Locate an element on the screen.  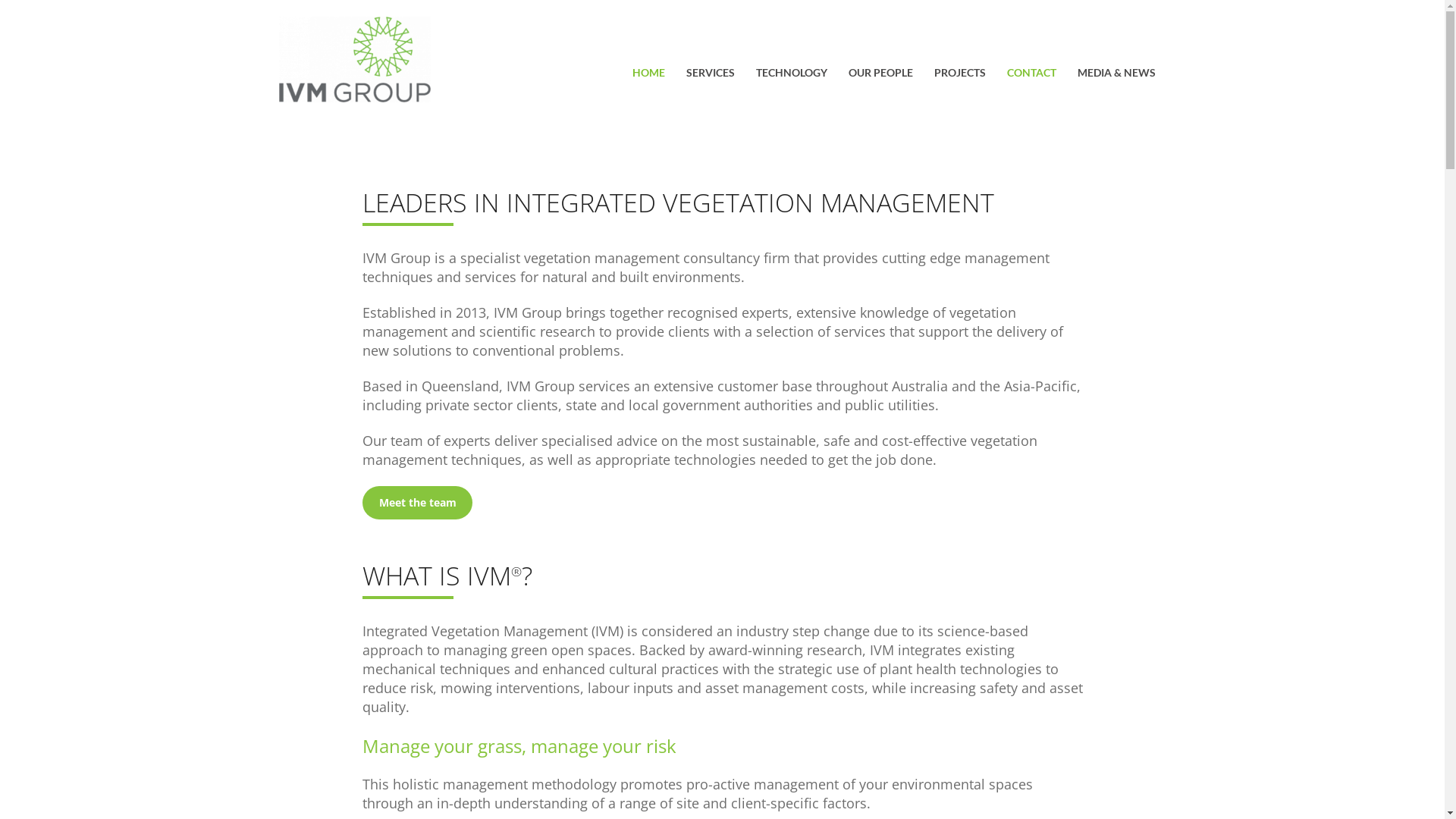
'MEDIA & NEWS' is located at coordinates (1116, 74).